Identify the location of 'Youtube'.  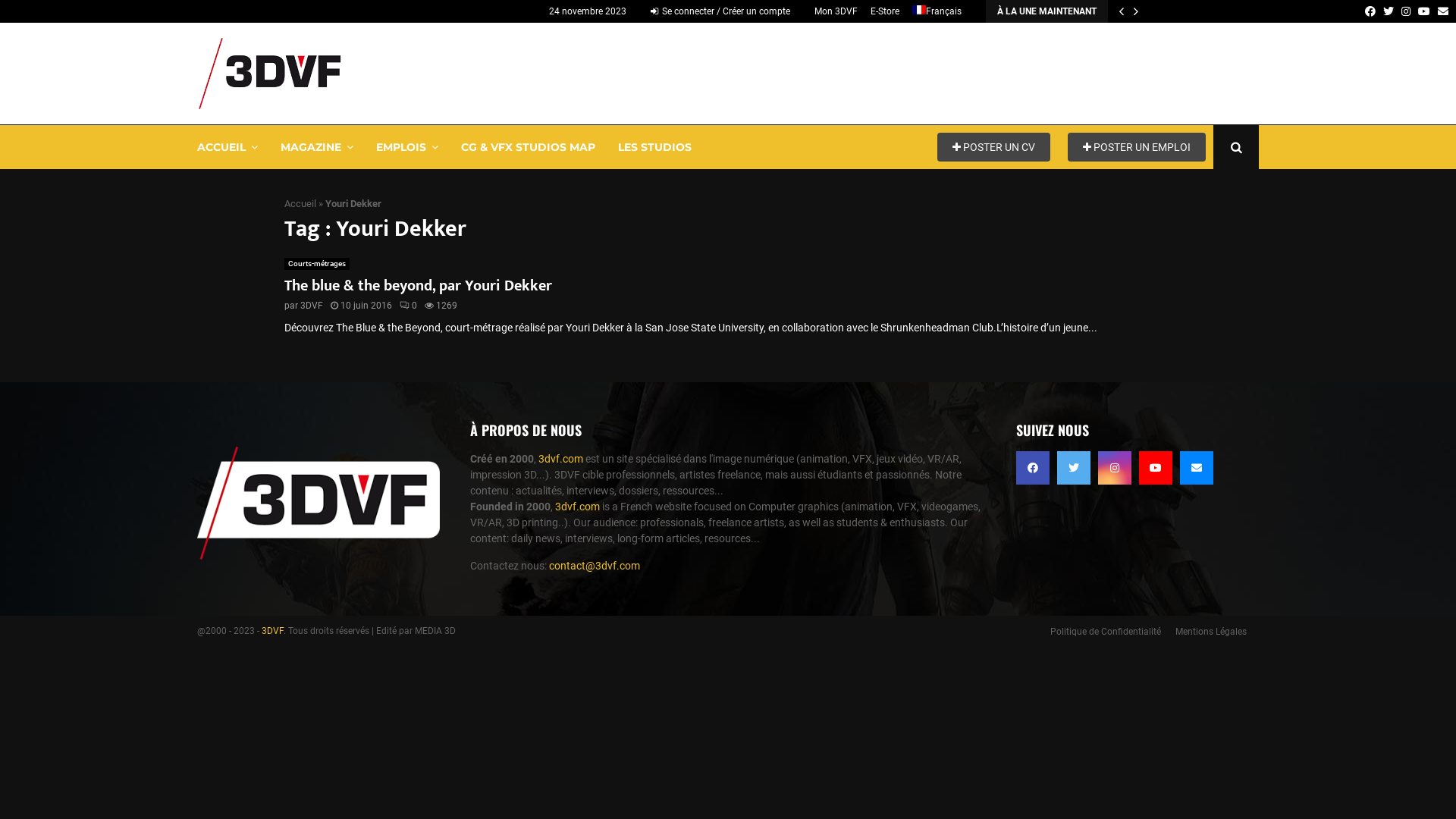
(1139, 467).